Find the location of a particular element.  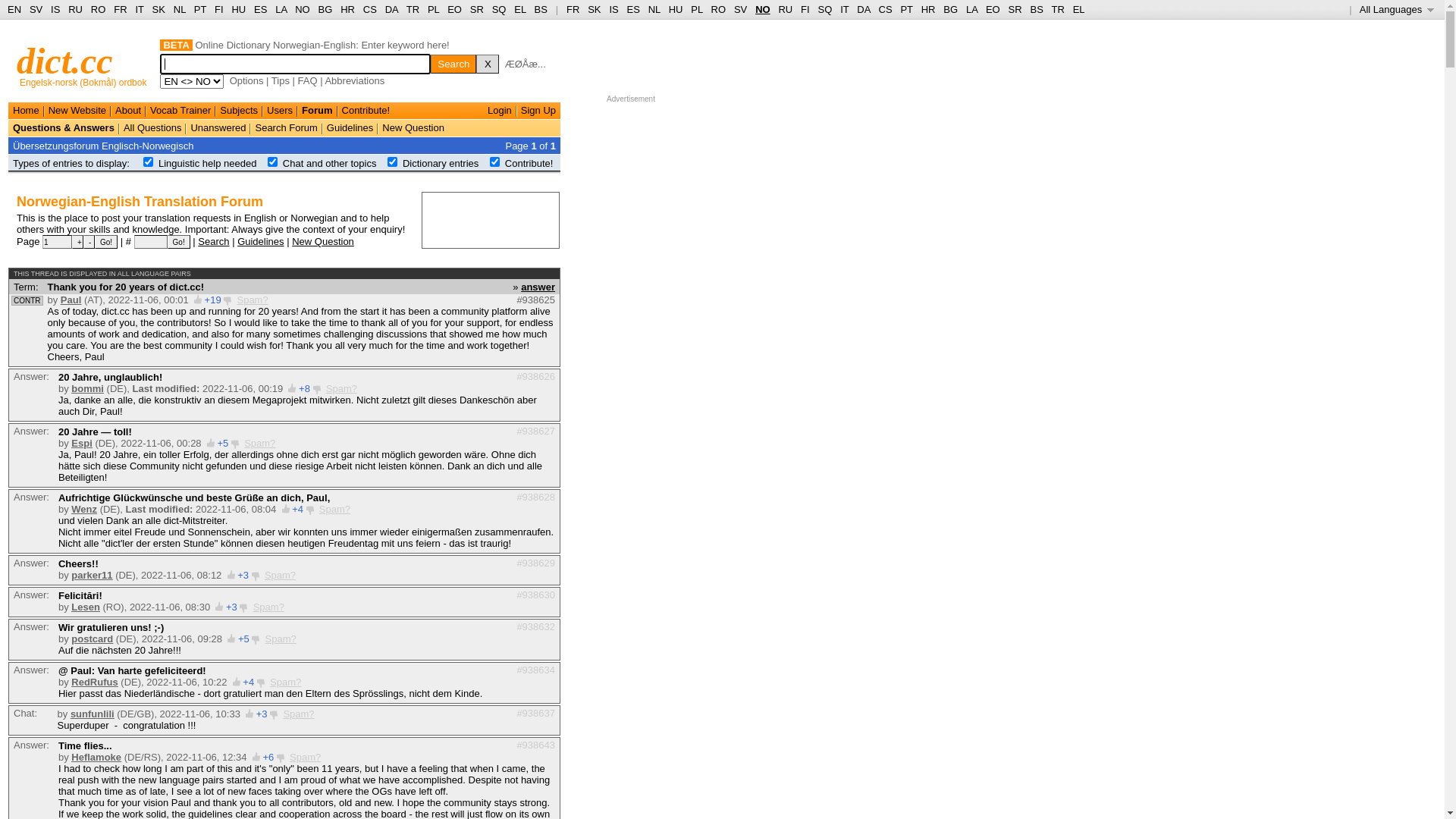

'HU' is located at coordinates (675, 9).